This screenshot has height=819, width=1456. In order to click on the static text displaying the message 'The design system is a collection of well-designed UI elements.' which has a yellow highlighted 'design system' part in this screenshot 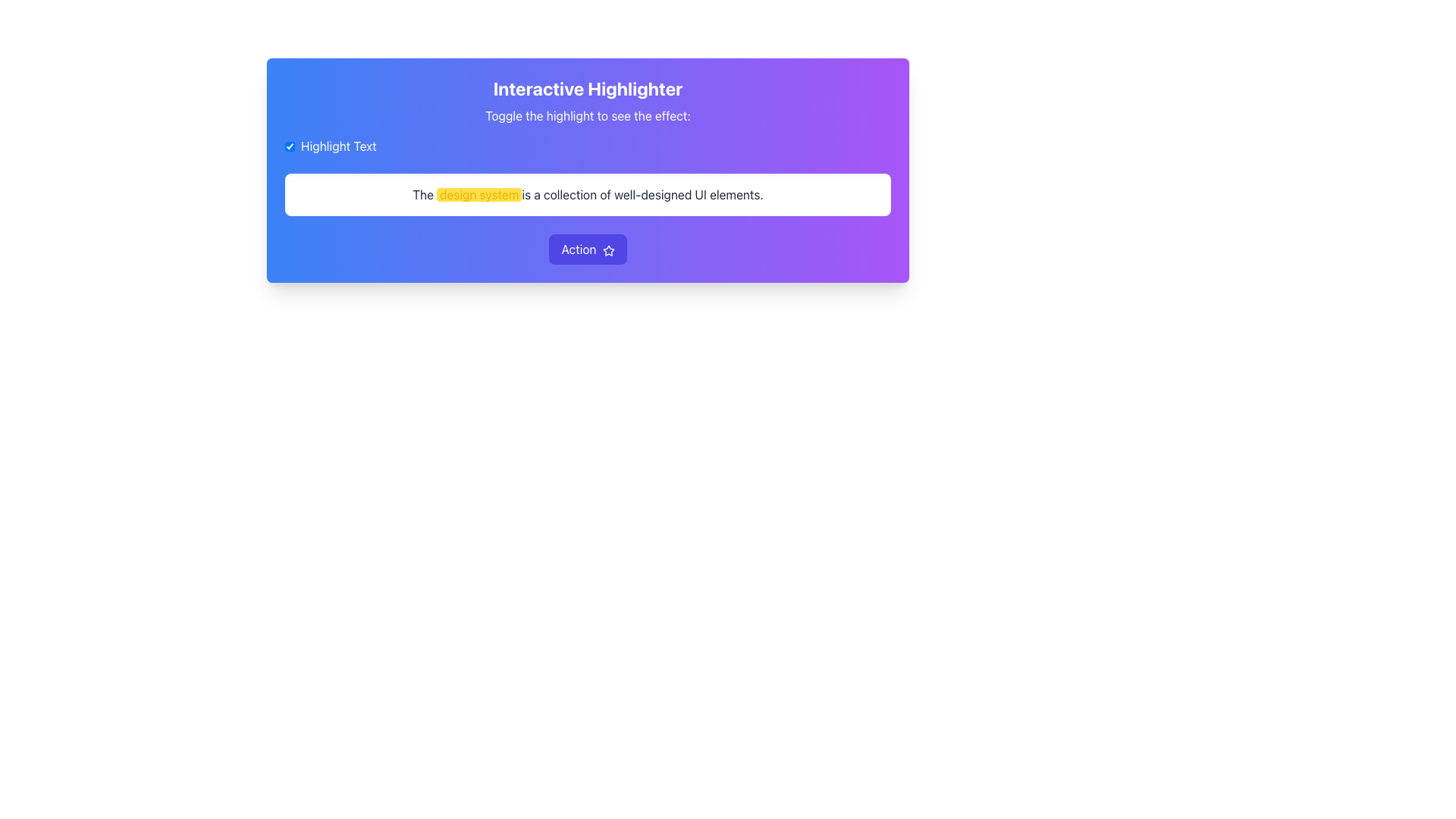, I will do `click(587, 194)`.